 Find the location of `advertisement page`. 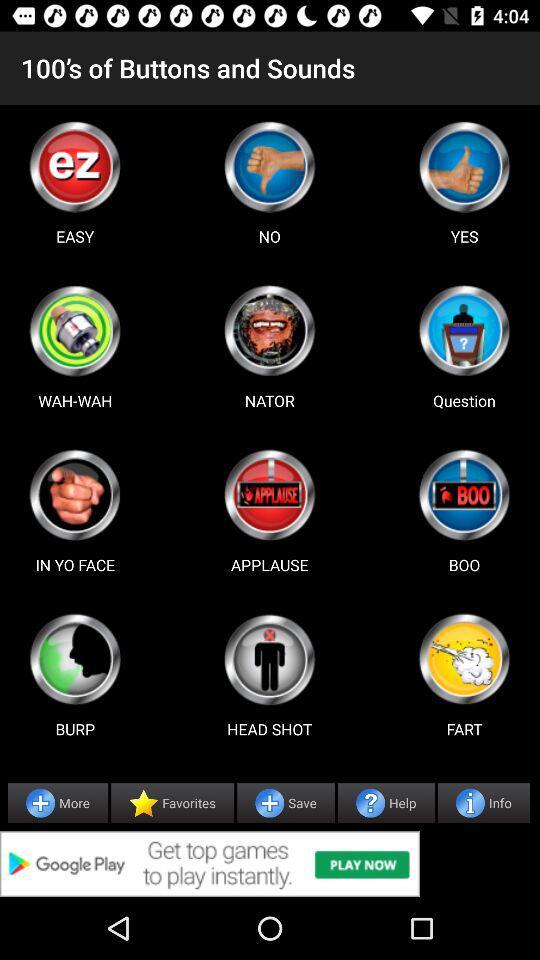

advertisement page is located at coordinates (464, 330).